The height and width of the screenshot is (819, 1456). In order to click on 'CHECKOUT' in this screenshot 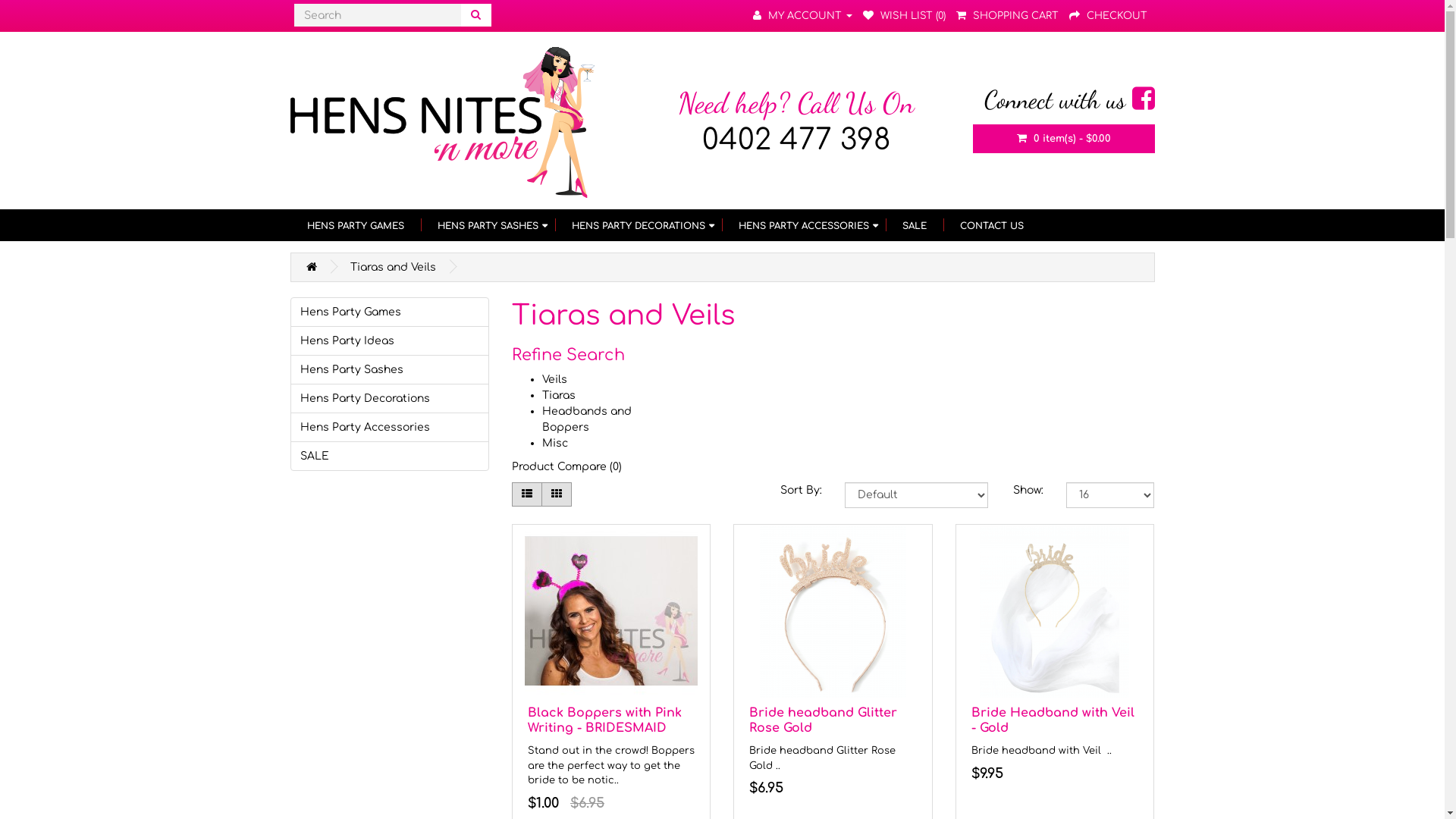, I will do `click(1108, 15)`.